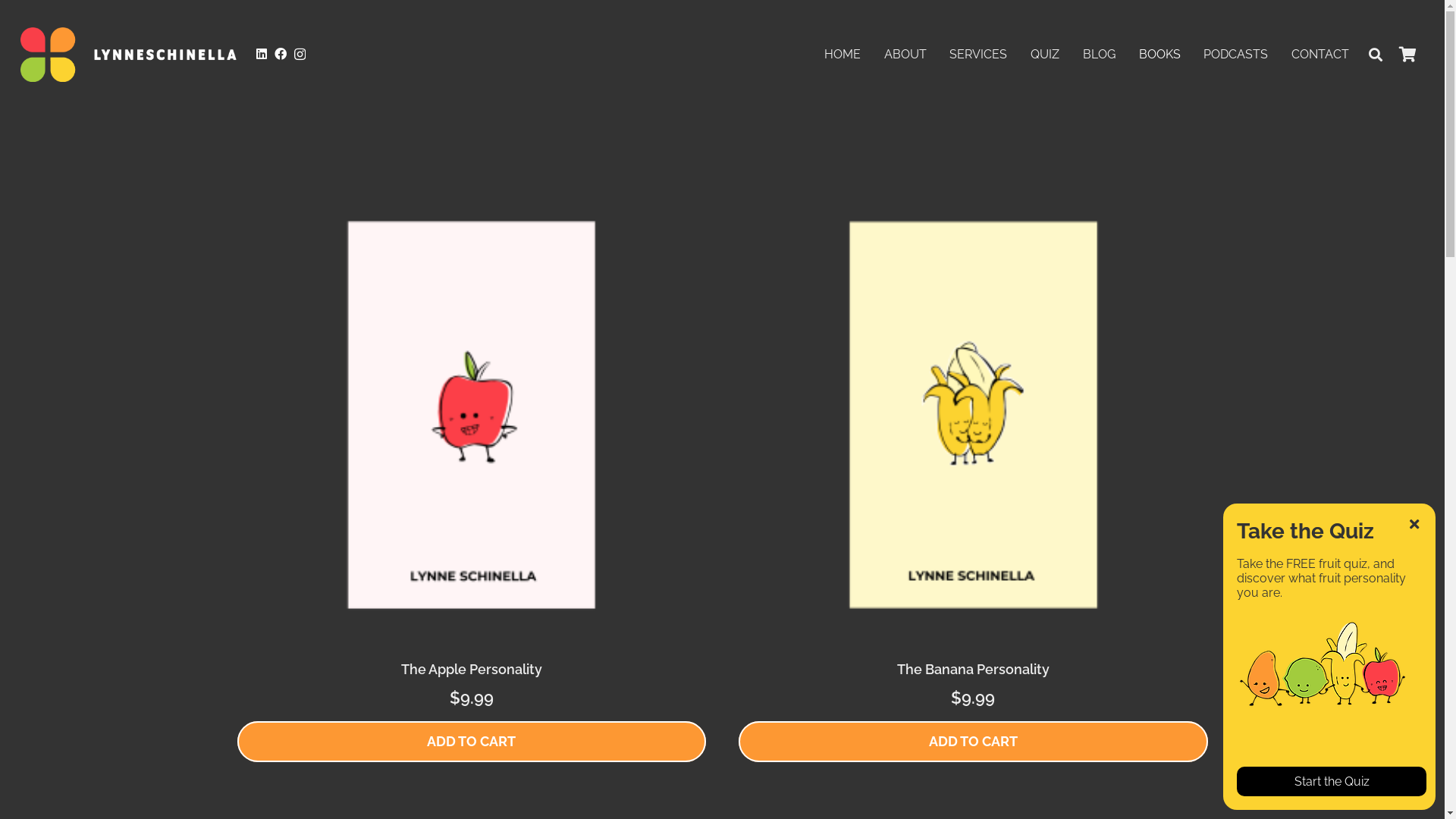  Describe the element at coordinates (1127, 54) in the screenshot. I see `'BOOKS'` at that location.